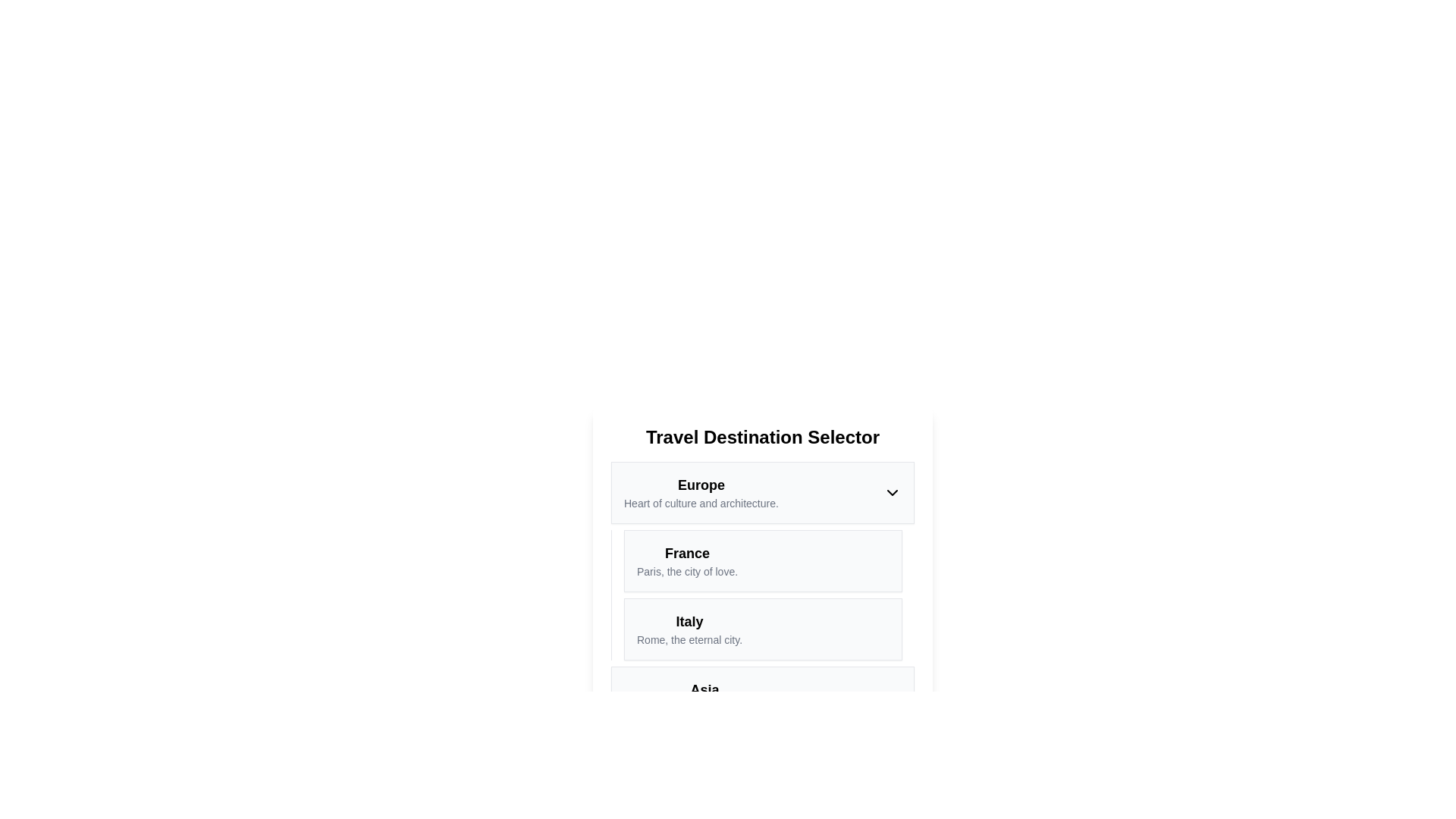 The width and height of the screenshot is (1456, 819). Describe the element at coordinates (689, 640) in the screenshot. I see `the text label that reads 'Rome, the eternal city,' which is located below the bold title 'Italy' in the Italy section` at that location.